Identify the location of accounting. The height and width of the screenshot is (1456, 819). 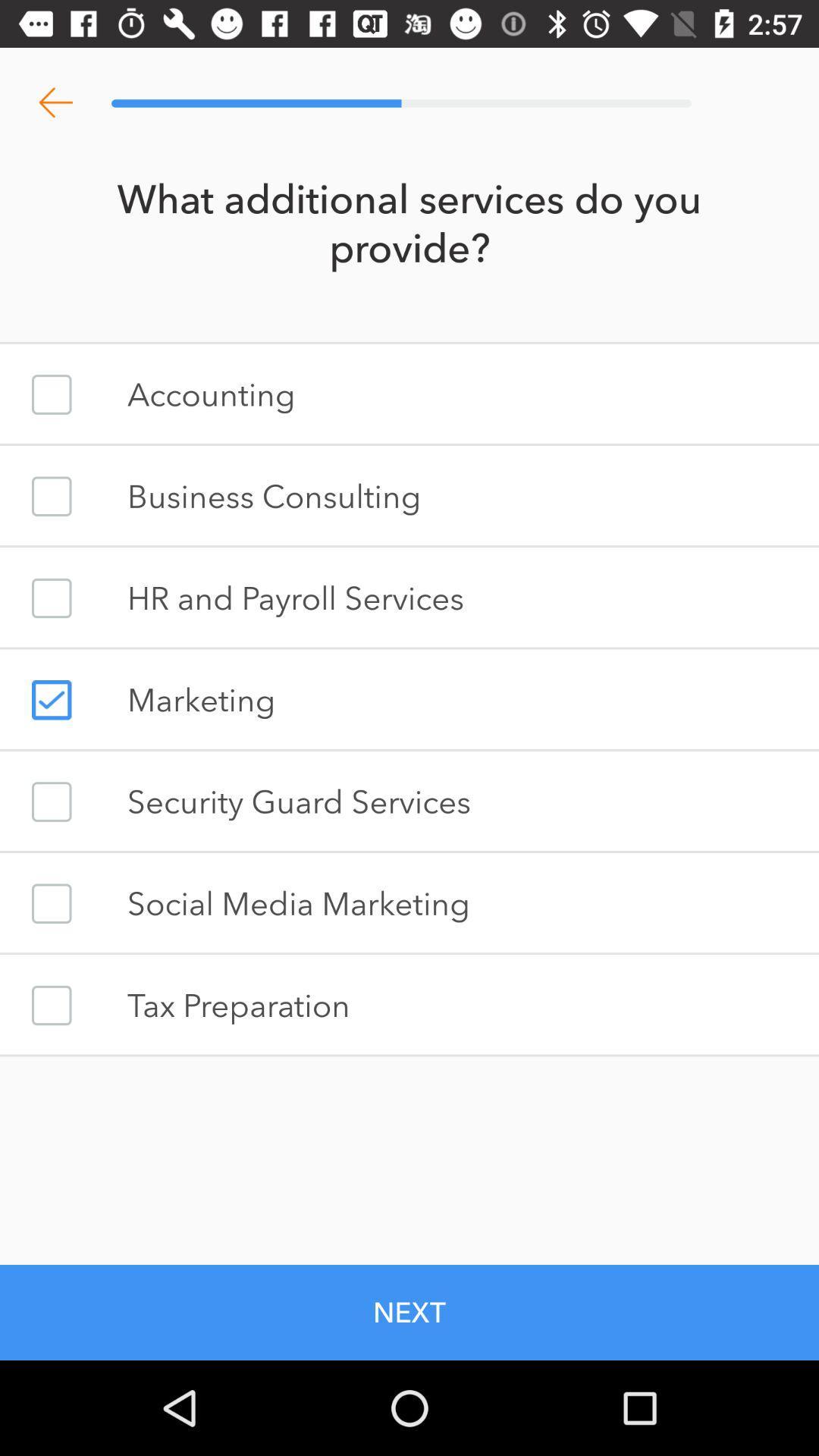
(51, 394).